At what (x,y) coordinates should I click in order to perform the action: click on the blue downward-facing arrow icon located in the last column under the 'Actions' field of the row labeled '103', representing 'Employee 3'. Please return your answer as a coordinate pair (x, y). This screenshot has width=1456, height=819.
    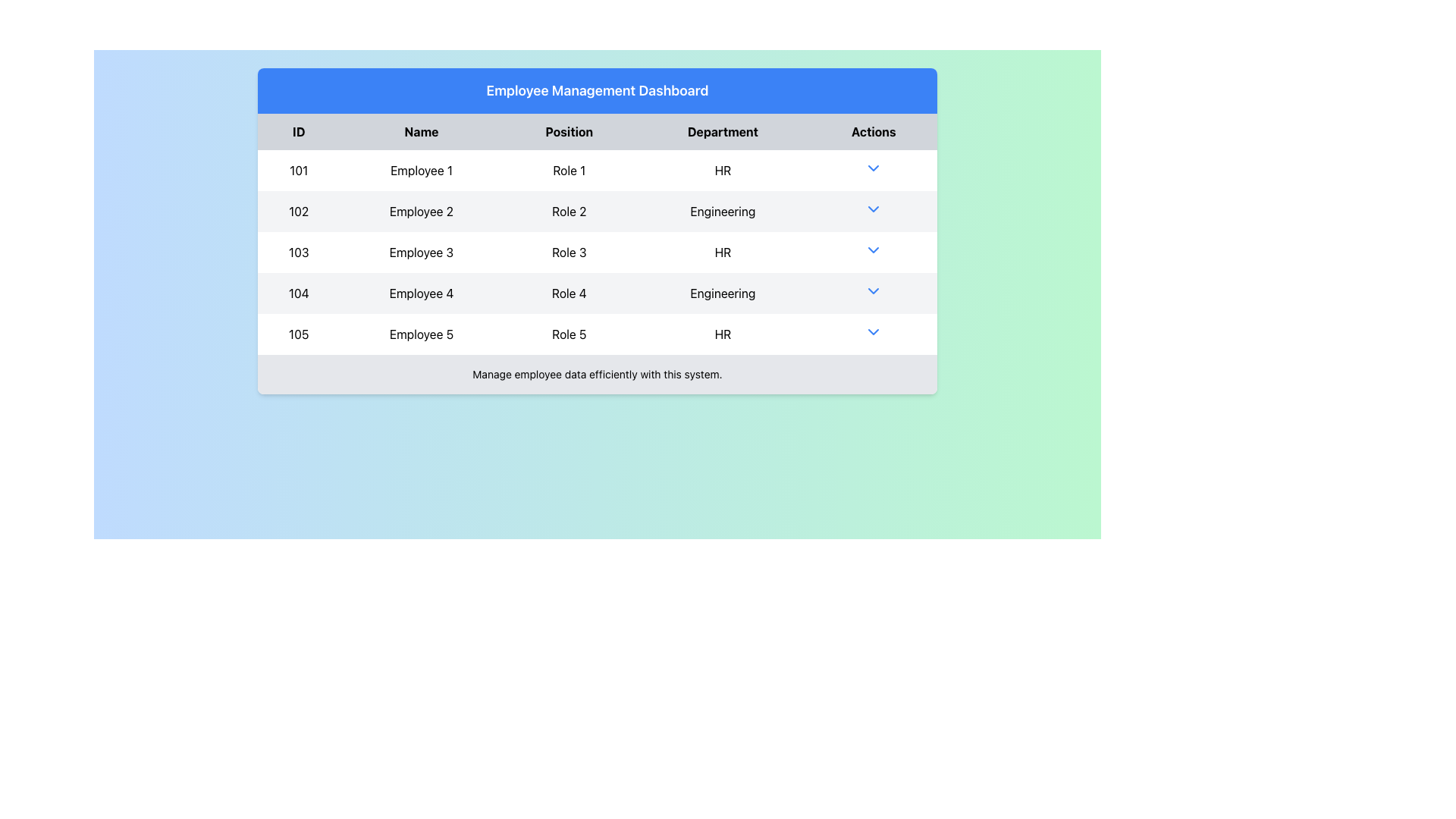
    Looking at the image, I should click on (874, 251).